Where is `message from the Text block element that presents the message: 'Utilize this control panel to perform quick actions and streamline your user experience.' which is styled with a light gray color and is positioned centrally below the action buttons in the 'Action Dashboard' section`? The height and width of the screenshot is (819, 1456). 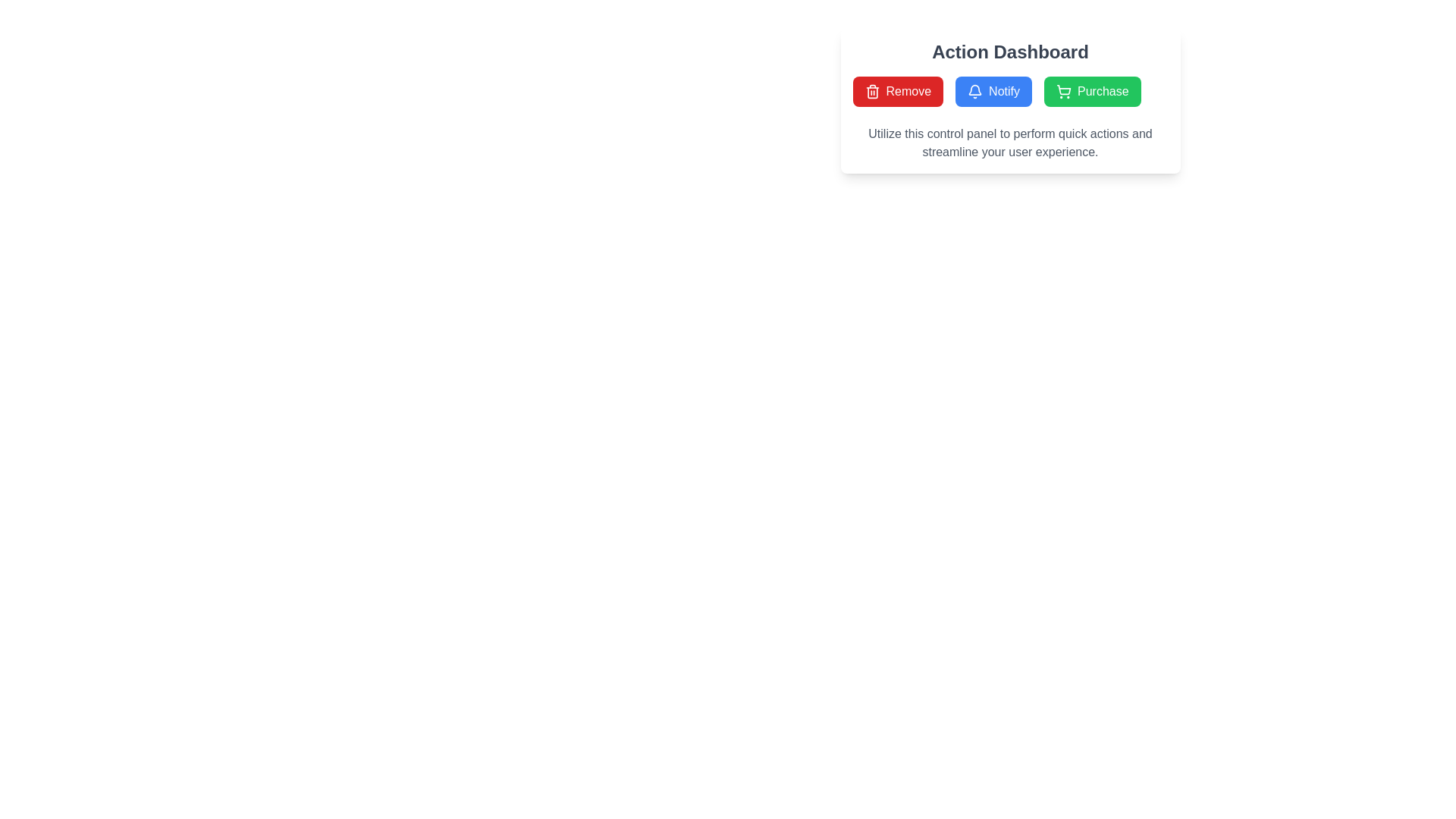 message from the Text block element that presents the message: 'Utilize this control panel to perform quick actions and streamline your user experience.' which is styled with a light gray color and is positioned centrally below the action buttons in the 'Action Dashboard' section is located at coordinates (1010, 143).